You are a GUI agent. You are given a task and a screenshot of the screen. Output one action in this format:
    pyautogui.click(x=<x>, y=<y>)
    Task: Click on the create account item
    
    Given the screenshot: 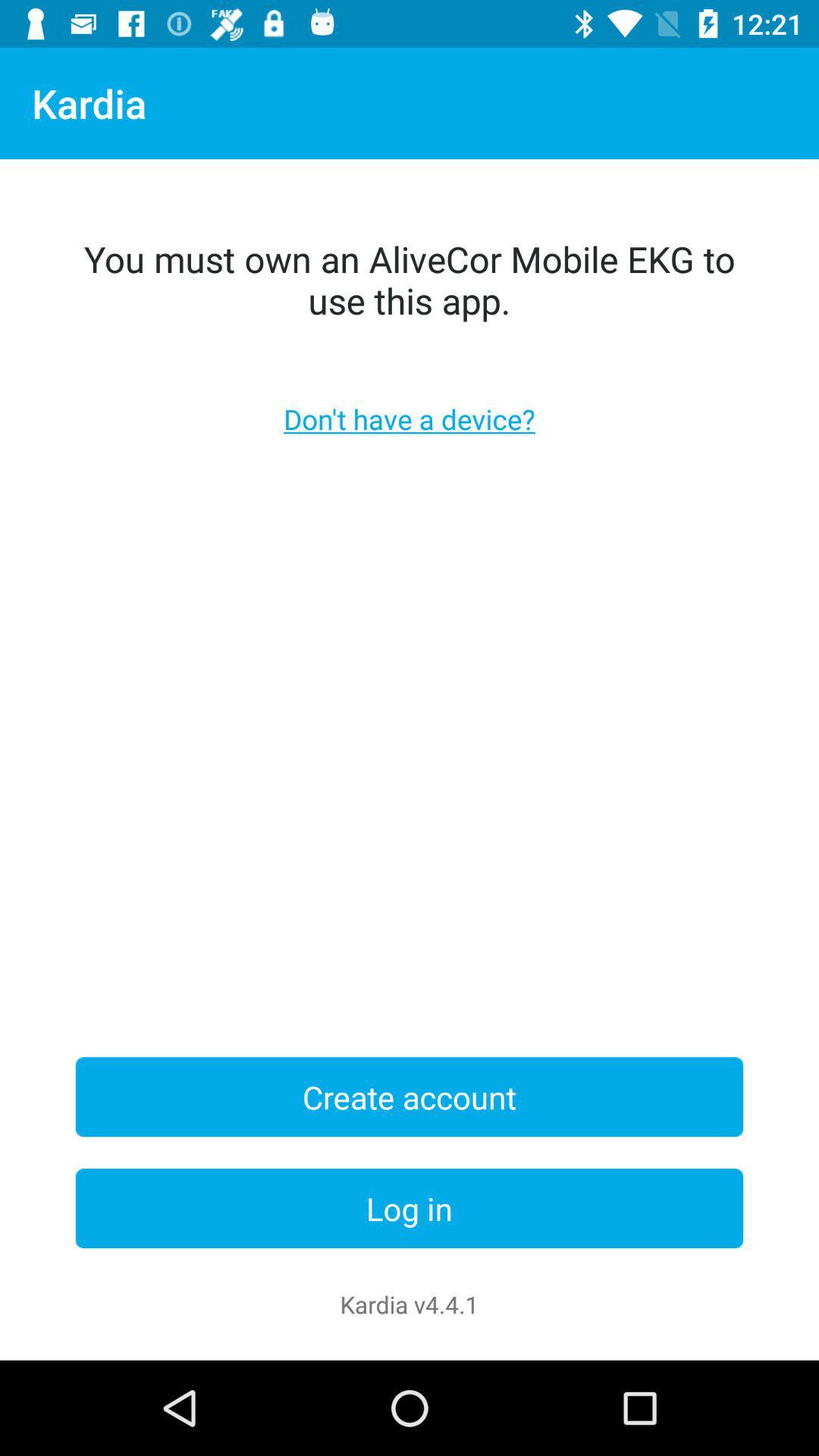 What is the action you would take?
    pyautogui.click(x=409, y=1097)
    